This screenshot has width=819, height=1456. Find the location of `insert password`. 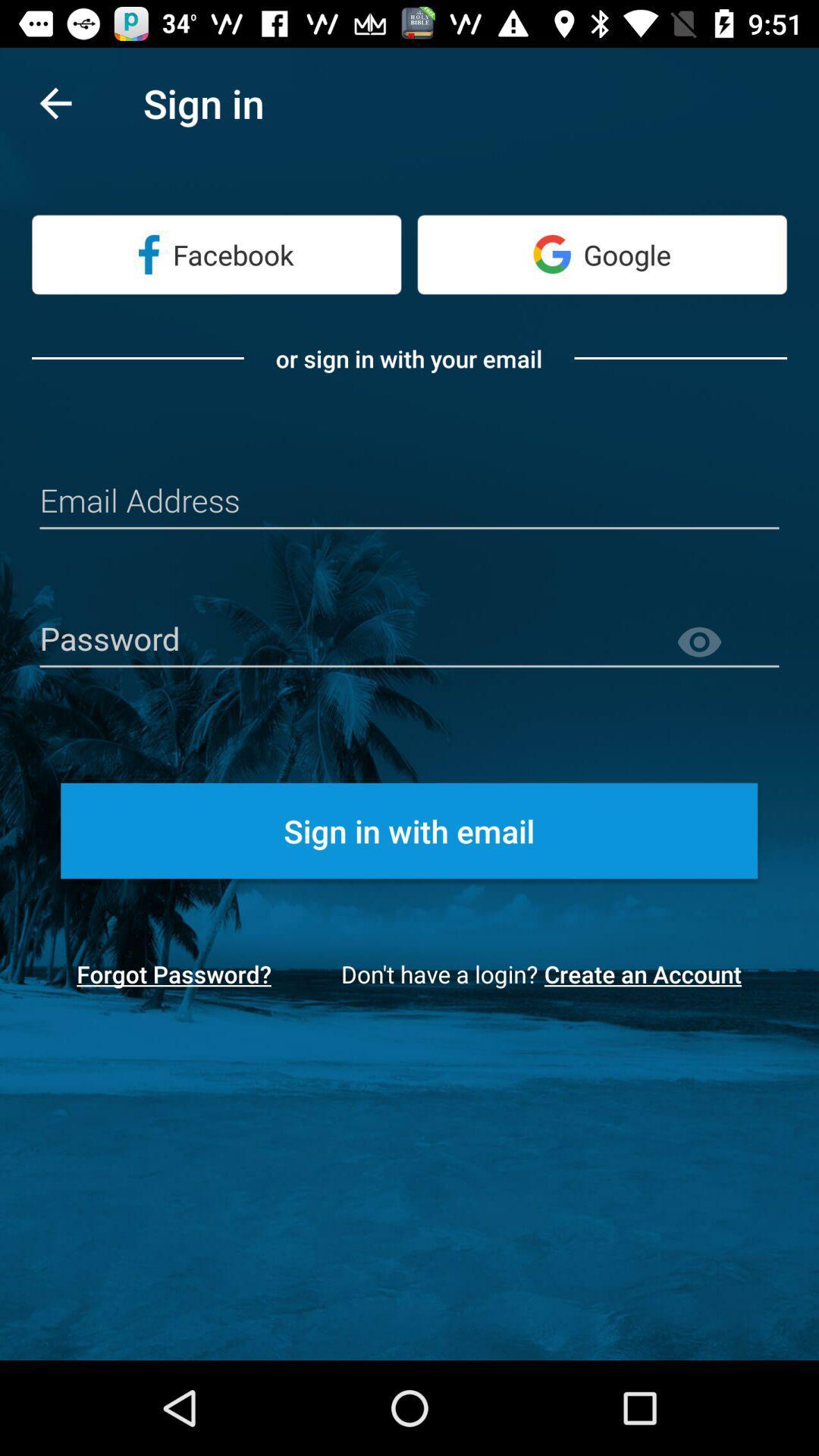

insert password is located at coordinates (409, 640).